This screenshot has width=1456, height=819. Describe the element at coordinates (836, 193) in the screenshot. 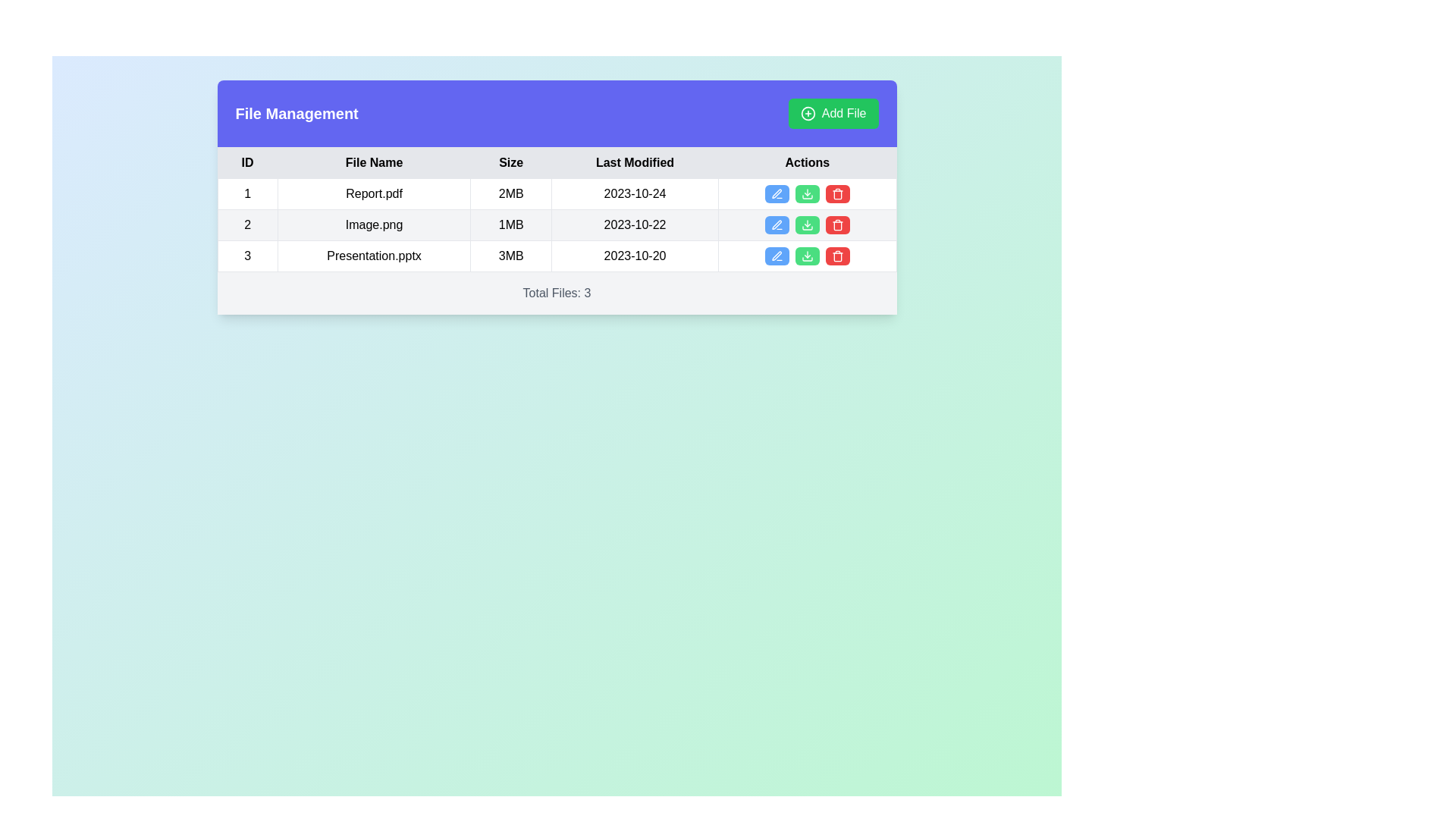

I see `the delete button, which is represented by a trash can icon located in the 'Actions' column of the third row in the file management table` at that location.